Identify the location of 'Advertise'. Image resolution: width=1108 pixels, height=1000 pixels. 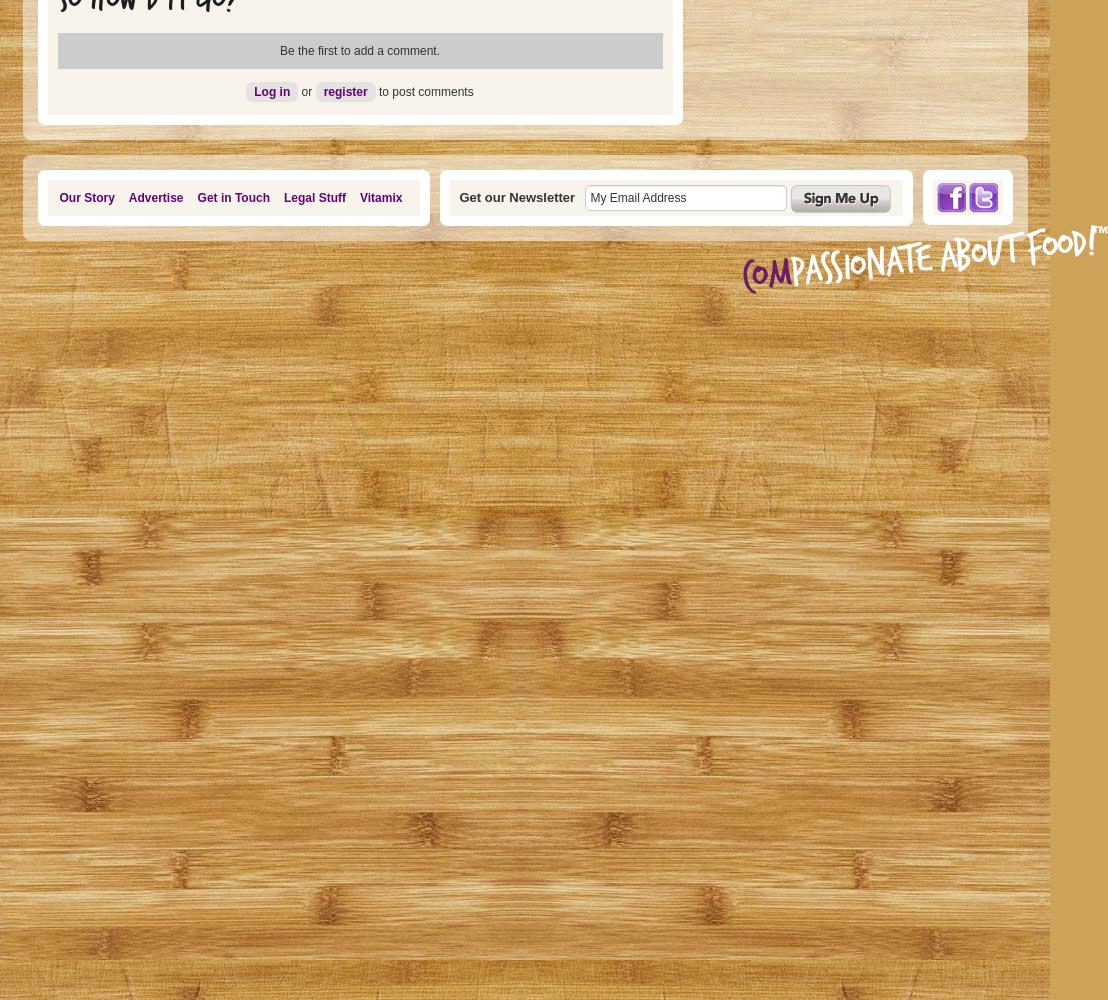
(127, 197).